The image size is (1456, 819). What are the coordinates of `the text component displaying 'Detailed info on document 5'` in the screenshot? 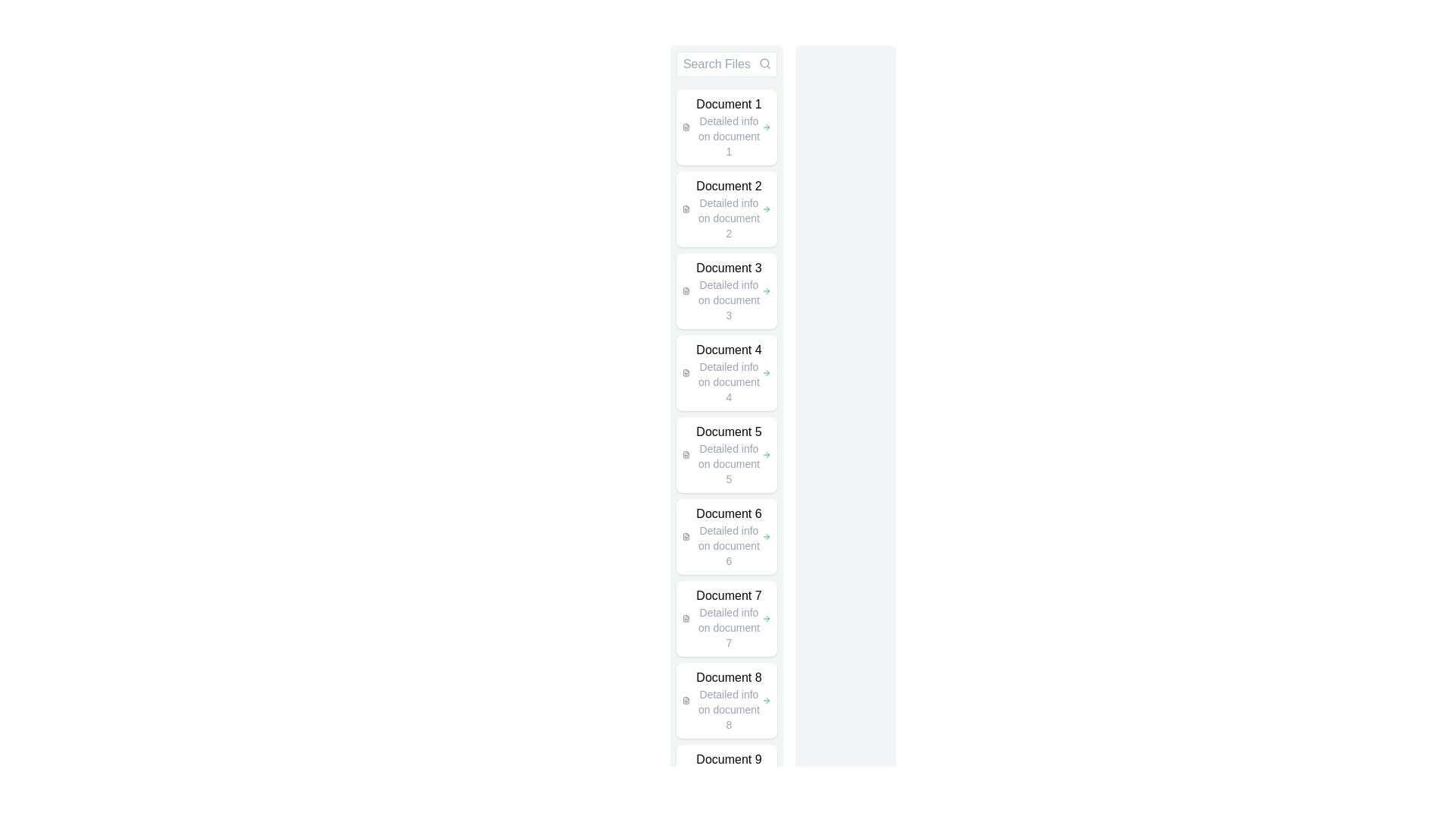 It's located at (729, 463).